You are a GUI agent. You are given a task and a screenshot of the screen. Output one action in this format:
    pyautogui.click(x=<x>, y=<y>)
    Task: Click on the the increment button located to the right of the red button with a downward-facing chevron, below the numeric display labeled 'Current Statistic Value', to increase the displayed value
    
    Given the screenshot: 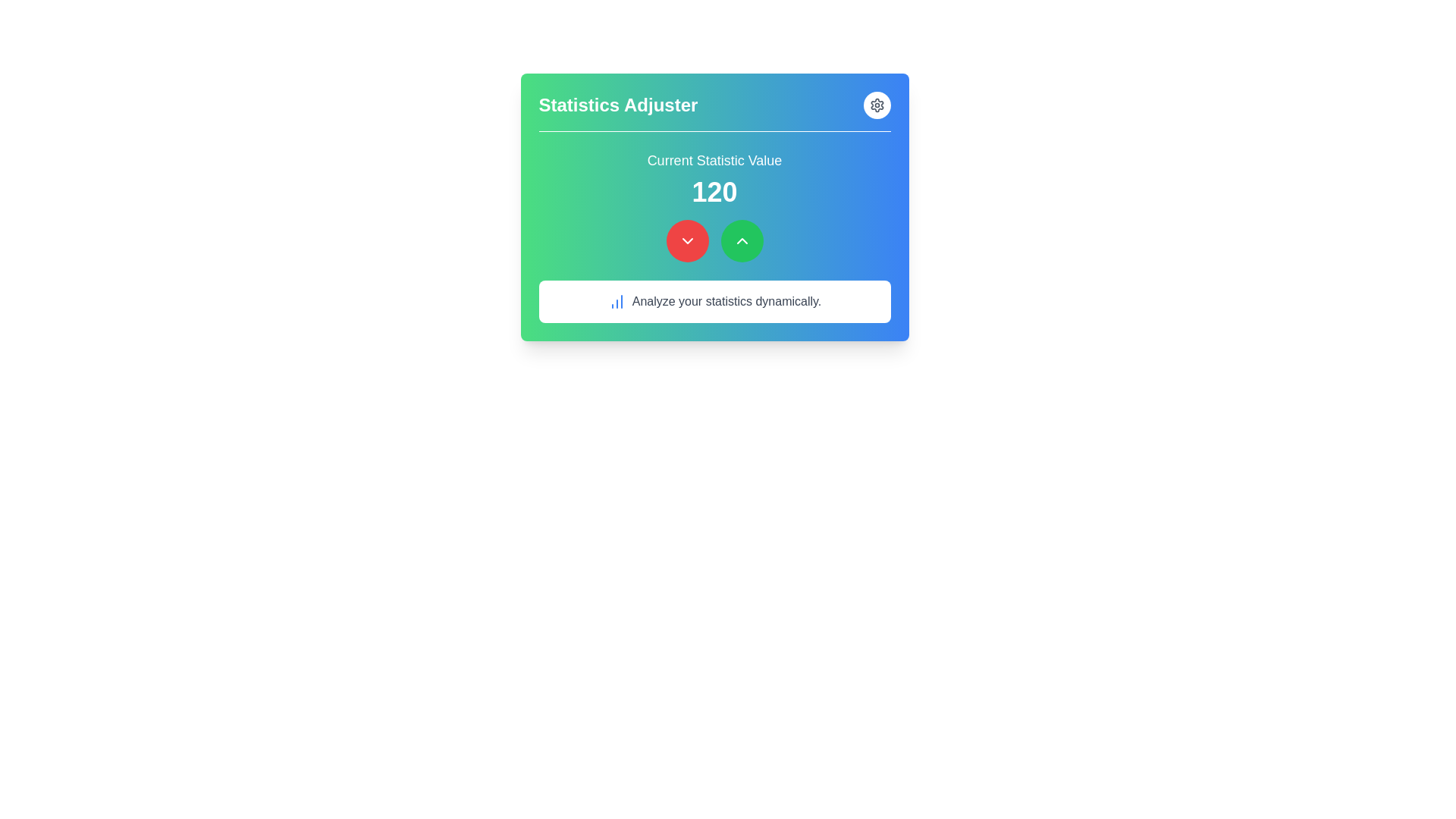 What is the action you would take?
    pyautogui.click(x=742, y=240)
    